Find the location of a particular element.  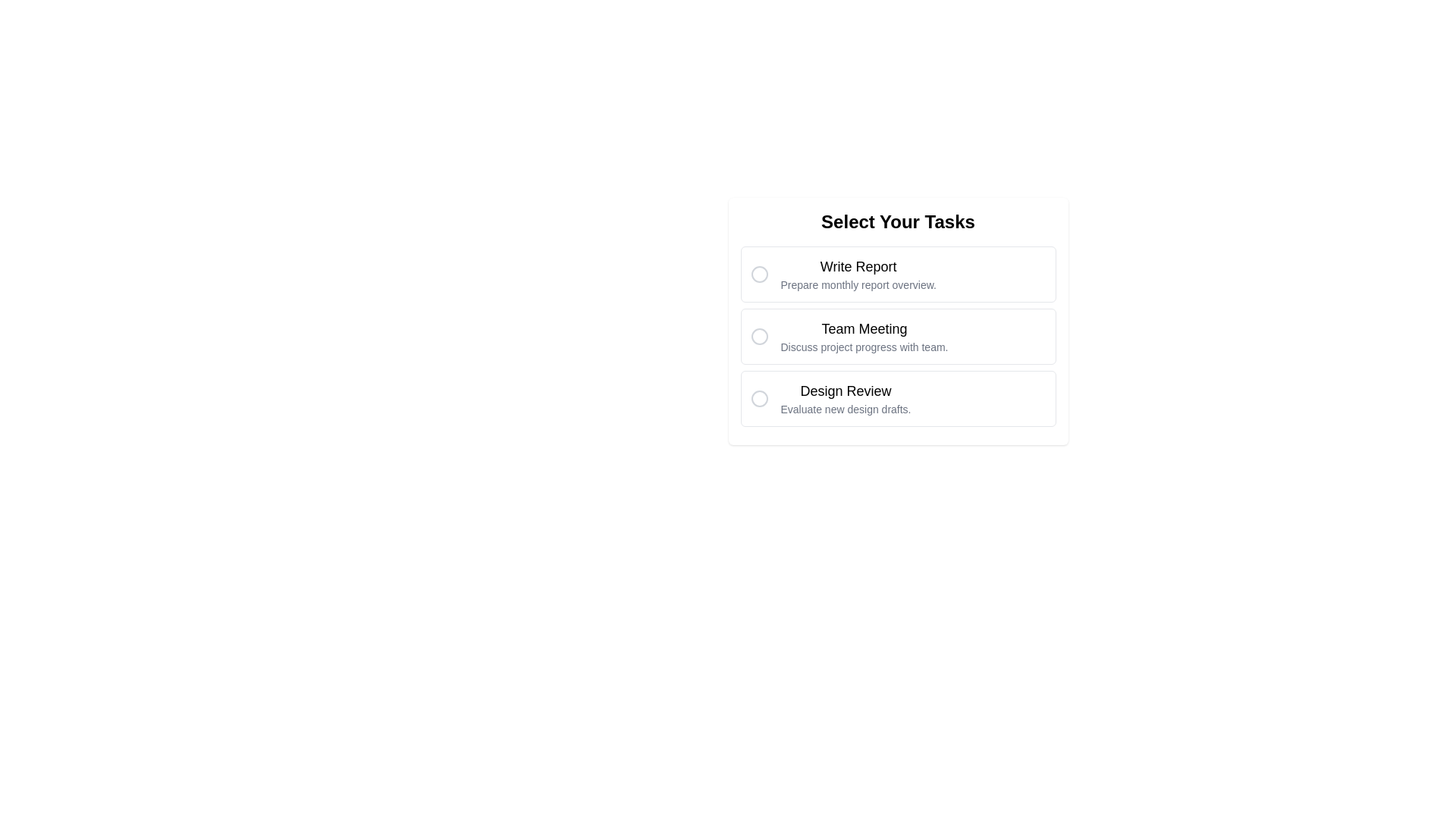

the first selectable task tile labeled 'Write Report' is located at coordinates (898, 275).